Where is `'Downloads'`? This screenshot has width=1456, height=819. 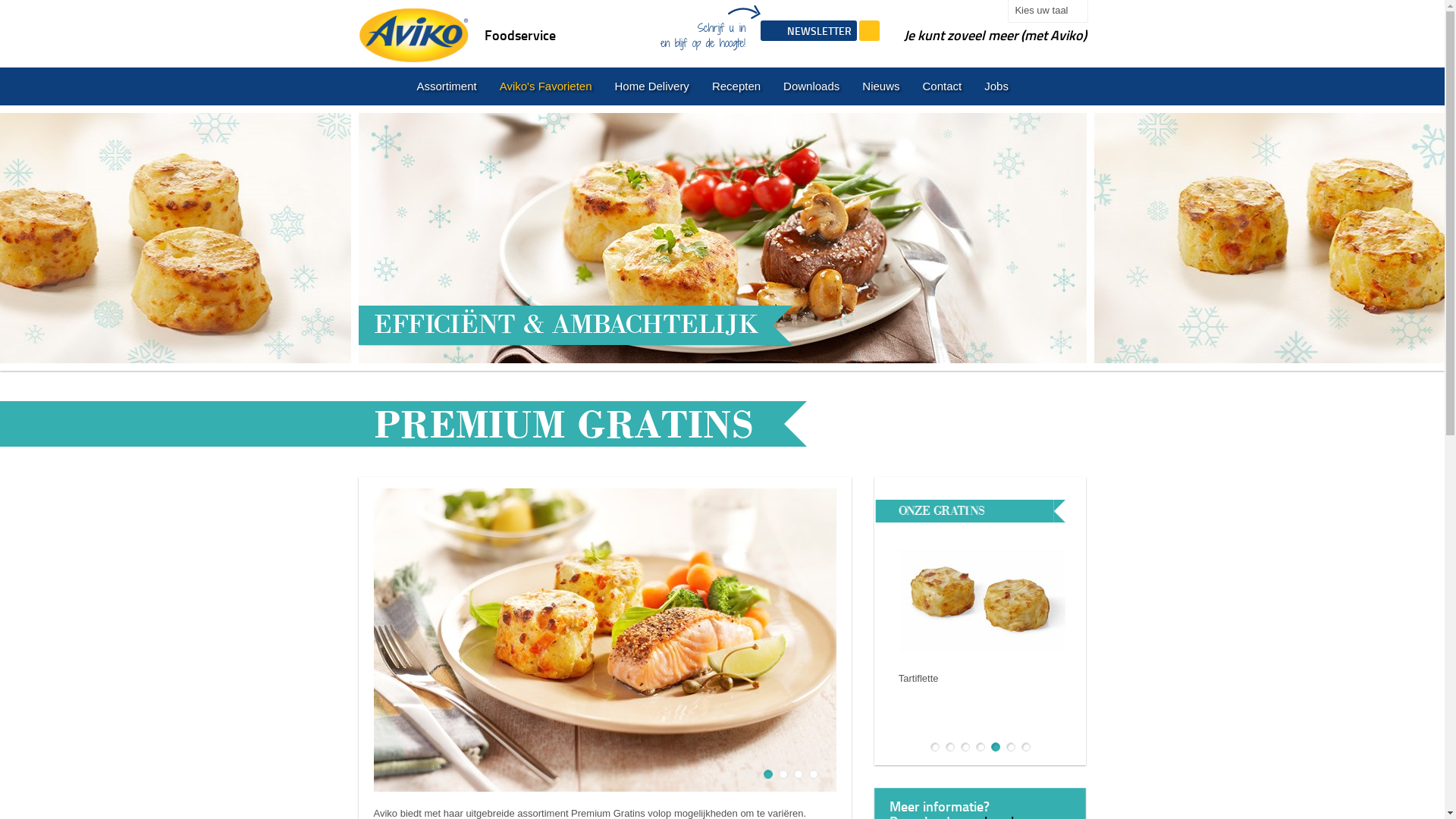
'Downloads' is located at coordinates (811, 86).